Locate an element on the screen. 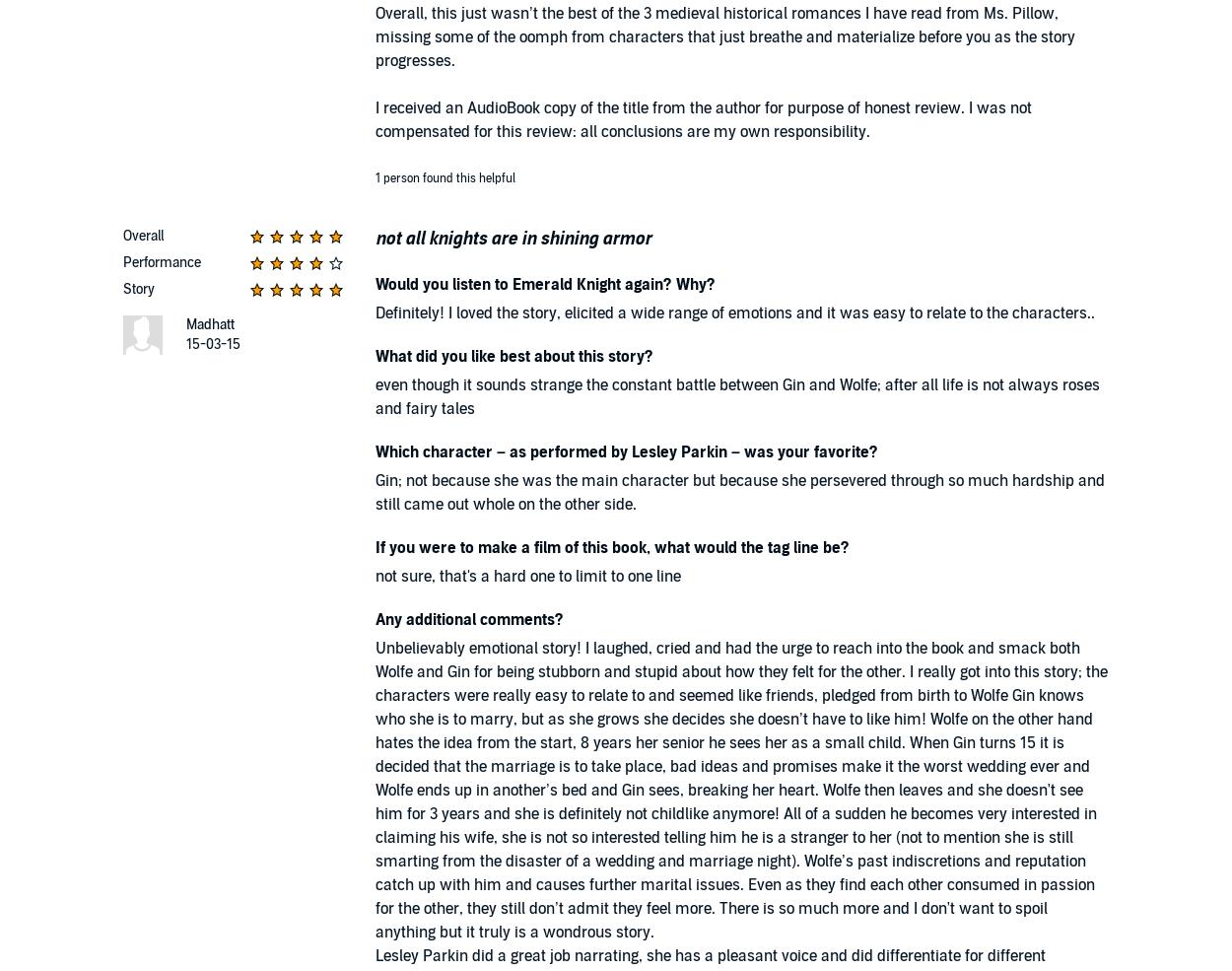  'not all knights are in shining armor' is located at coordinates (376, 238).